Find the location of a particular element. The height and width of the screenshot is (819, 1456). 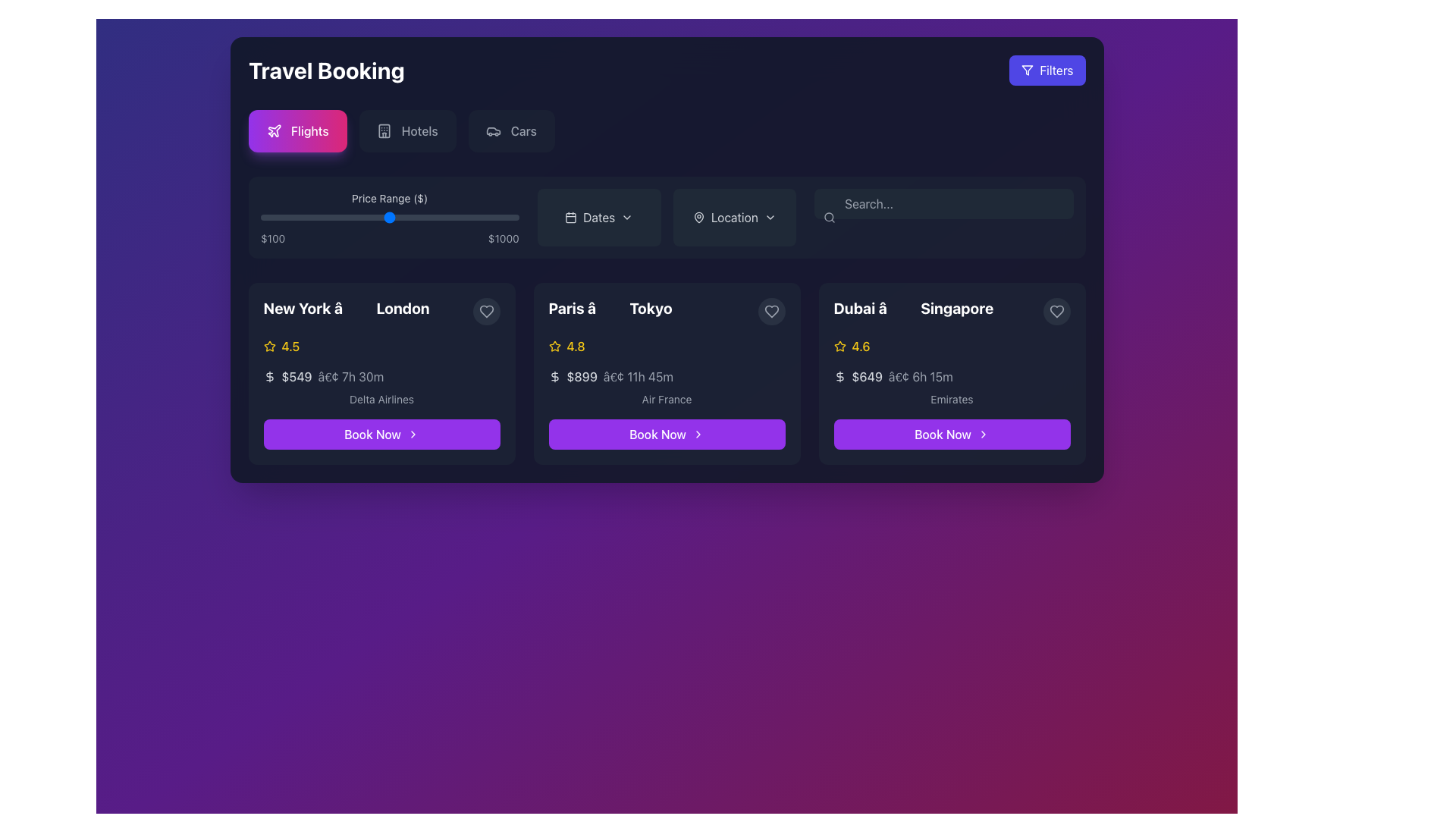

the price range is located at coordinates (334, 217).